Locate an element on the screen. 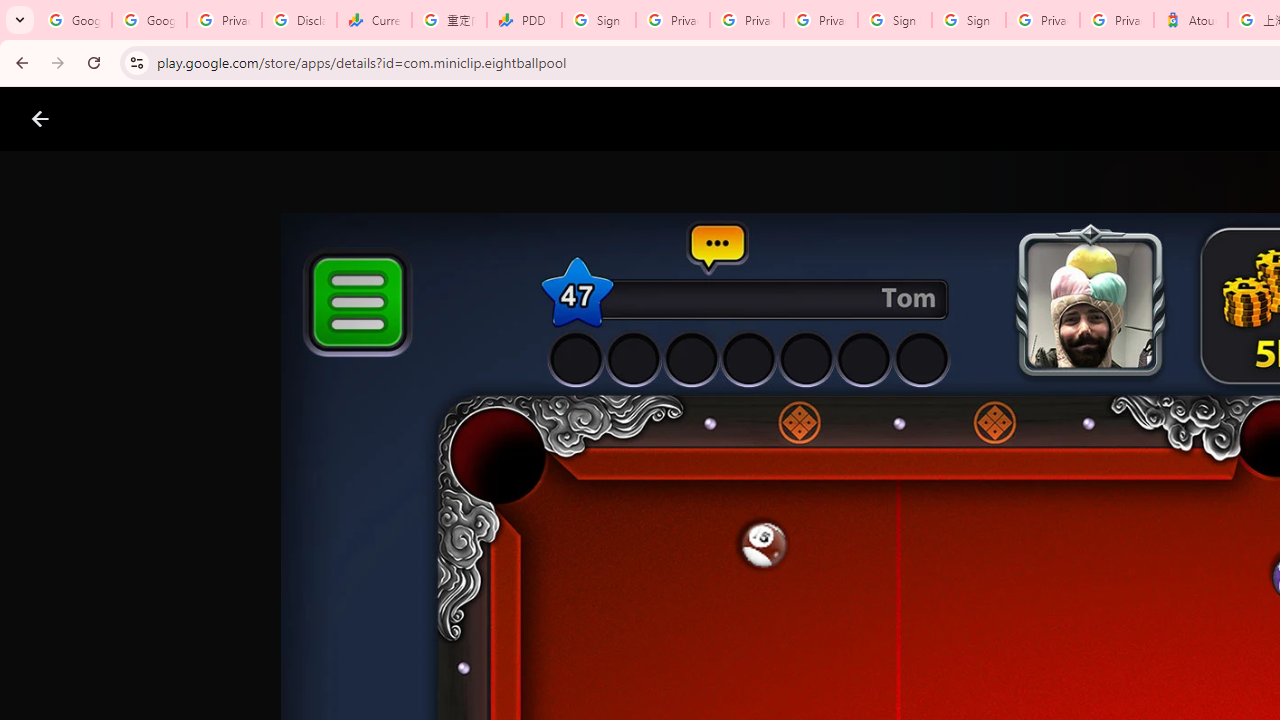  'Google Workspace Admin Community' is located at coordinates (74, 20).